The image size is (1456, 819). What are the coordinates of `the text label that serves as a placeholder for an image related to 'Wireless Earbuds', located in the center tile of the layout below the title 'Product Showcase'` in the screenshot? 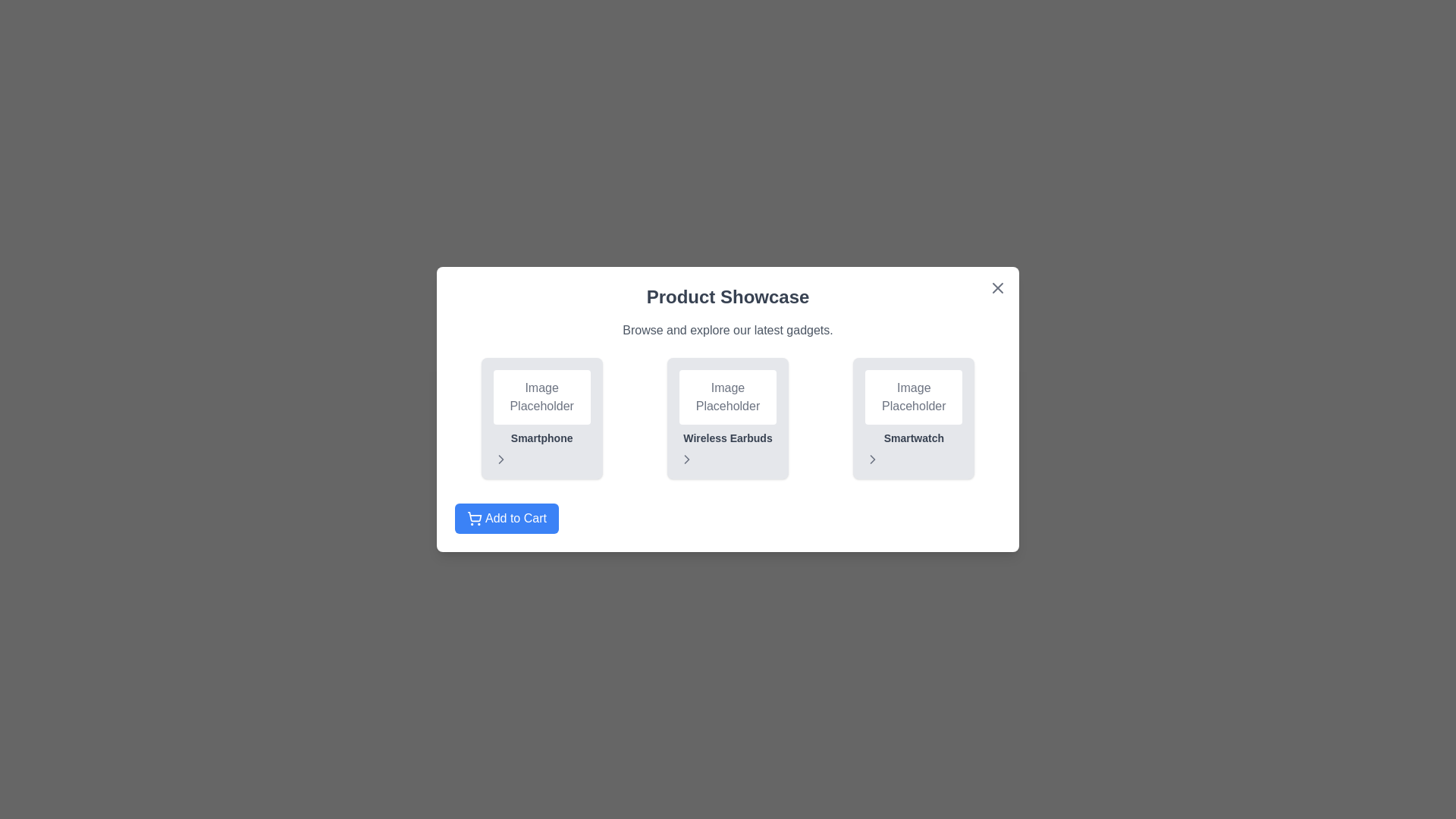 It's located at (728, 397).